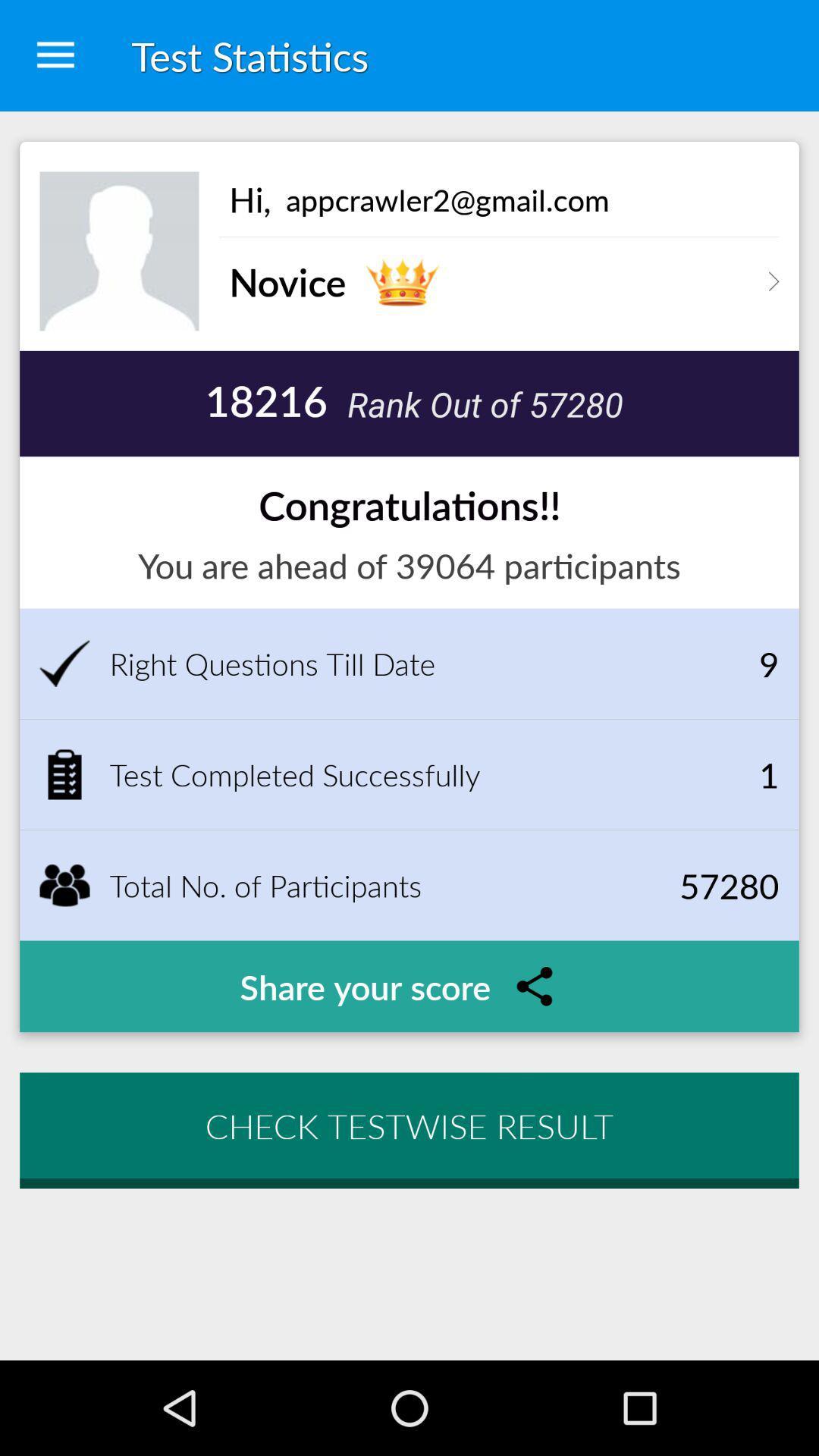  Describe the element at coordinates (409, 1125) in the screenshot. I see `check testwise result icon` at that location.